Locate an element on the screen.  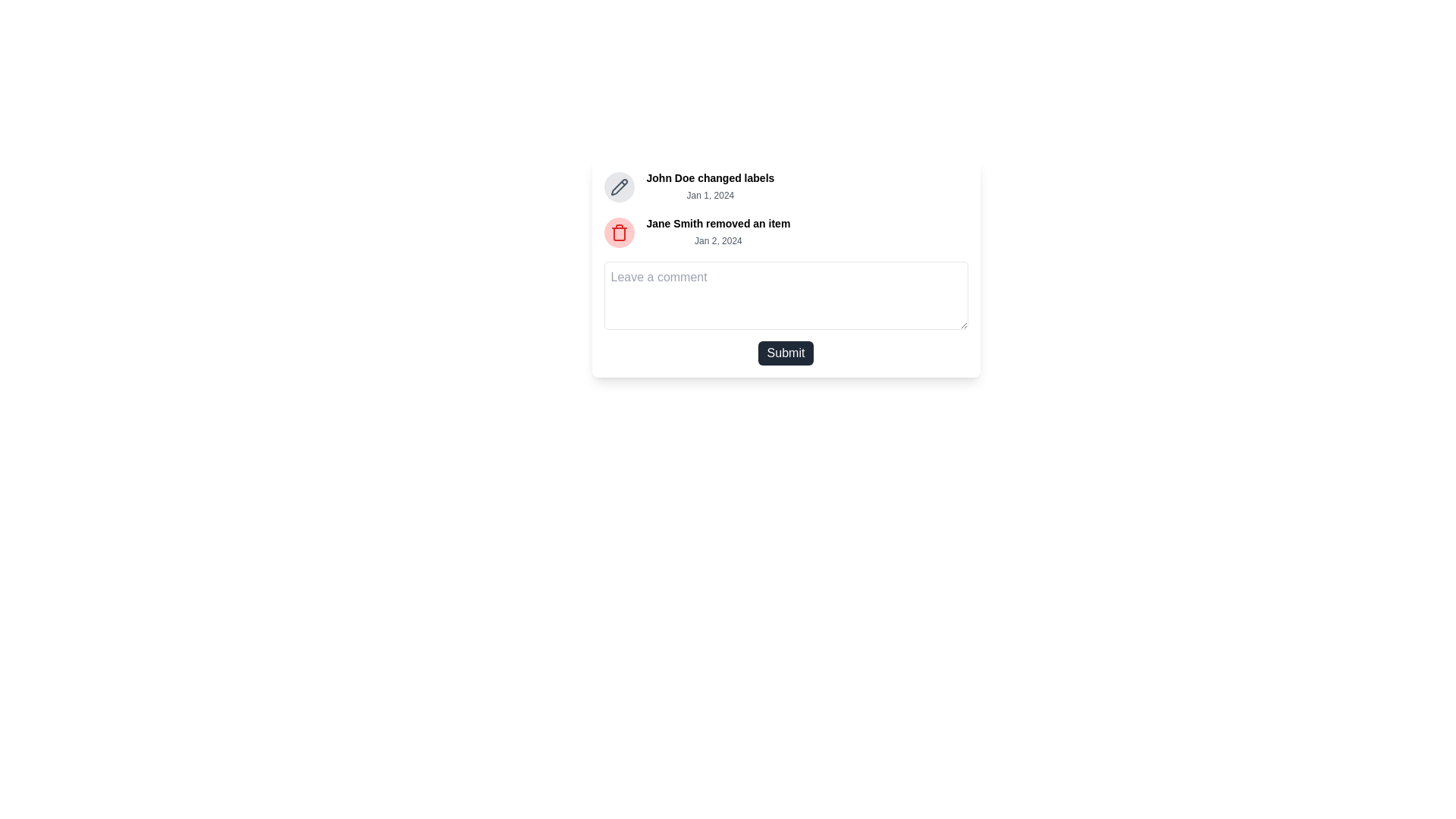
the text block displaying the activity log entry for item removal by Jane Smith, which is positioned below the 'John Doe changed labels' entry is located at coordinates (717, 233).